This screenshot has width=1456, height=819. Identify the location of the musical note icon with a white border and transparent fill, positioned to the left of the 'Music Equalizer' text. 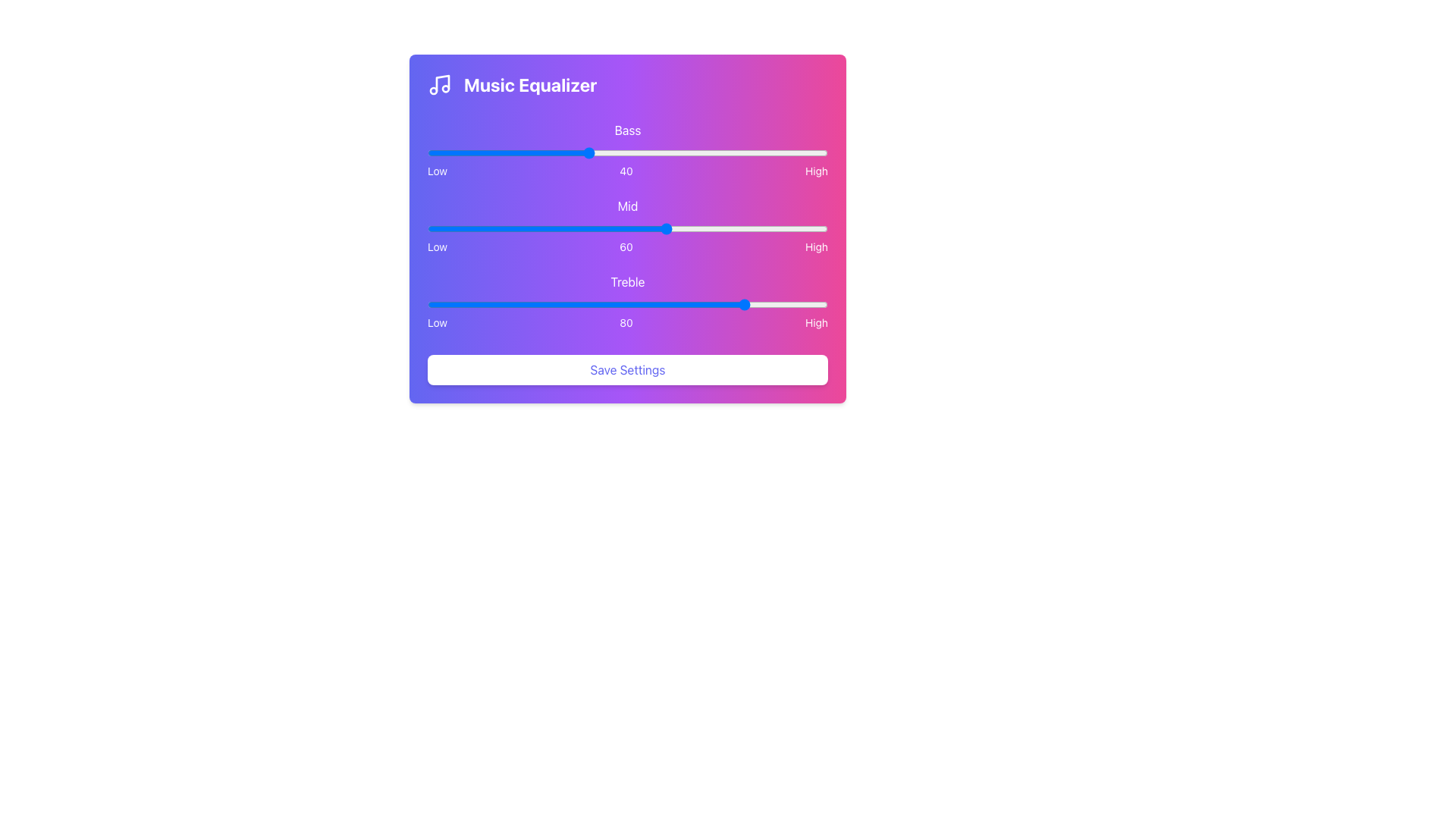
(439, 84).